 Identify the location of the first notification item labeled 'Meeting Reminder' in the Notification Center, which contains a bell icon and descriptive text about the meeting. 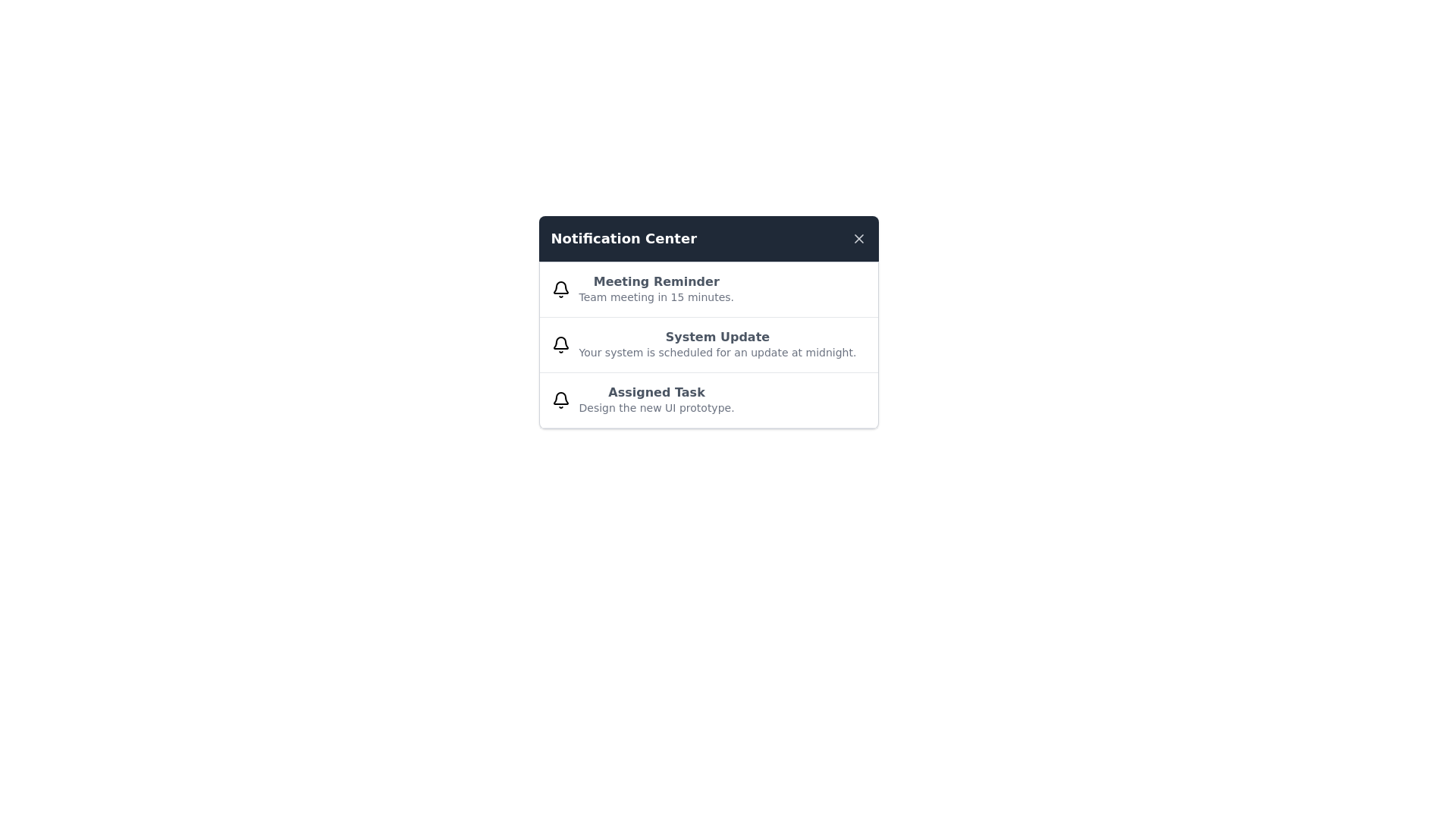
(708, 290).